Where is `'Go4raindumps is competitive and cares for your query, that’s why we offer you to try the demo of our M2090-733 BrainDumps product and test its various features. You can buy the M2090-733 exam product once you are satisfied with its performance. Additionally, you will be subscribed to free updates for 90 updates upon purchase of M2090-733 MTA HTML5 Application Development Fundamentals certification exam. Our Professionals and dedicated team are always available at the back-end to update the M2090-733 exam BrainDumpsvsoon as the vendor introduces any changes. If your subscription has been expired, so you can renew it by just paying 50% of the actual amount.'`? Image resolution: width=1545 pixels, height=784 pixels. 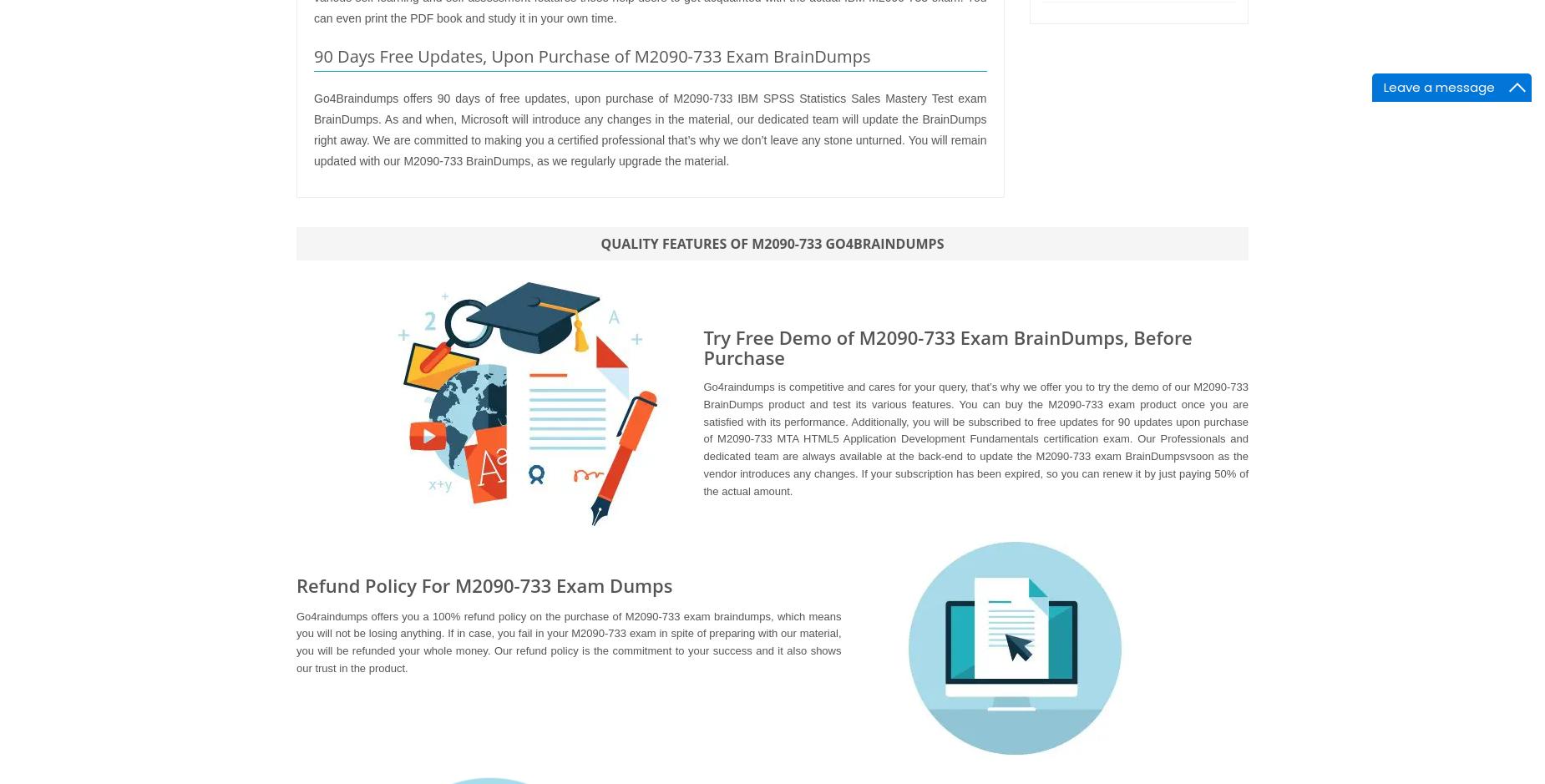
'Go4raindumps is competitive and cares for your query, that’s why we offer you to try the demo of our M2090-733 BrainDumps product and test its various features. You can buy the M2090-733 exam product once you are satisfied with its performance. Additionally, you will be subscribed to free updates for 90 updates upon purchase of M2090-733 MTA HTML5 Application Development Fundamentals certification exam. Our Professionals and dedicated team are always available at the back-end to update the M2090-733 exam BrainDumpsvsoon as the vendor introduces any changes. If your subscription has been expired, so you can renew it by just paying 50% of the actual amount.' is located at coordinates (975, 438).